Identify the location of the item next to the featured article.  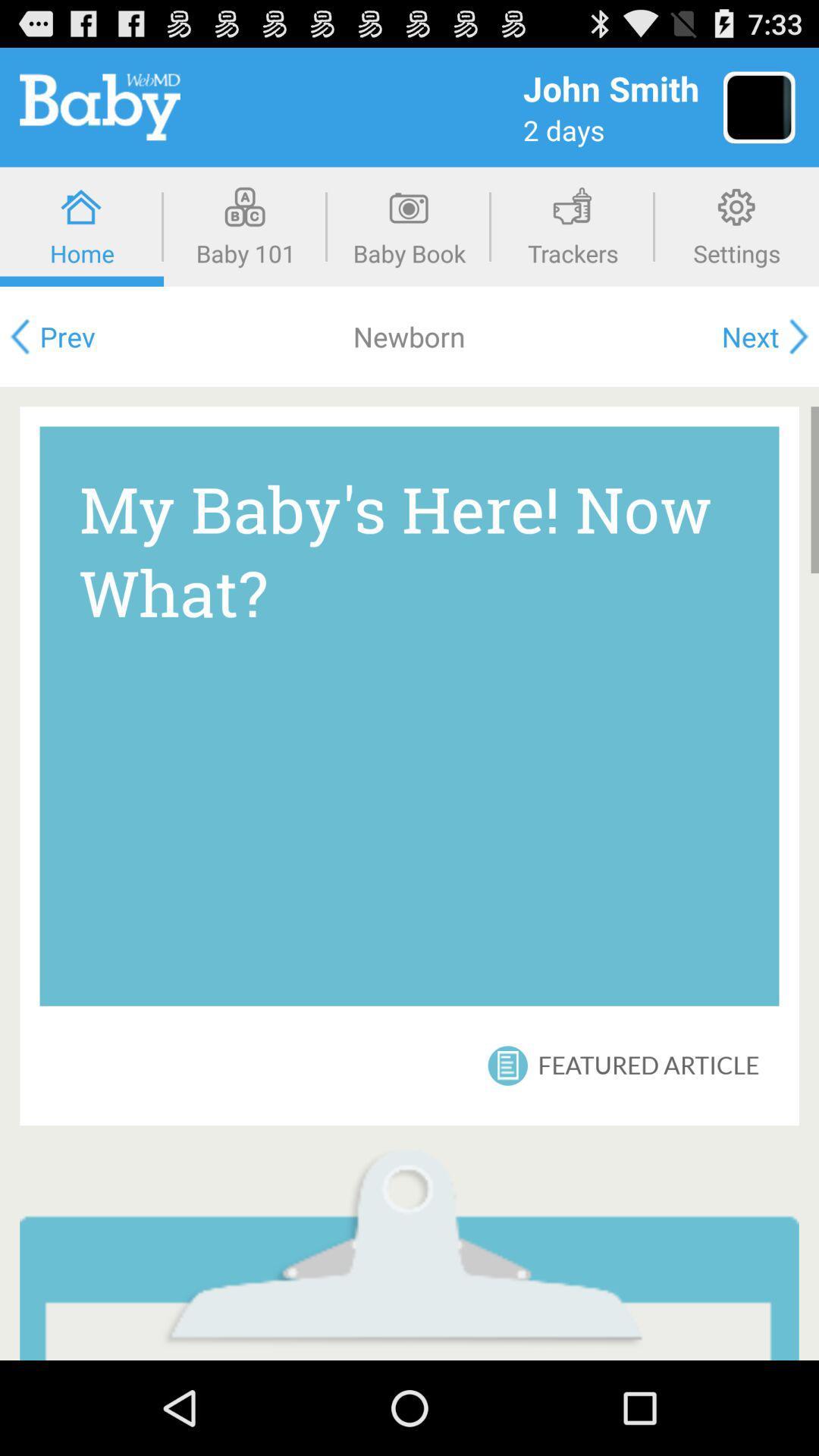
(507, 1065).